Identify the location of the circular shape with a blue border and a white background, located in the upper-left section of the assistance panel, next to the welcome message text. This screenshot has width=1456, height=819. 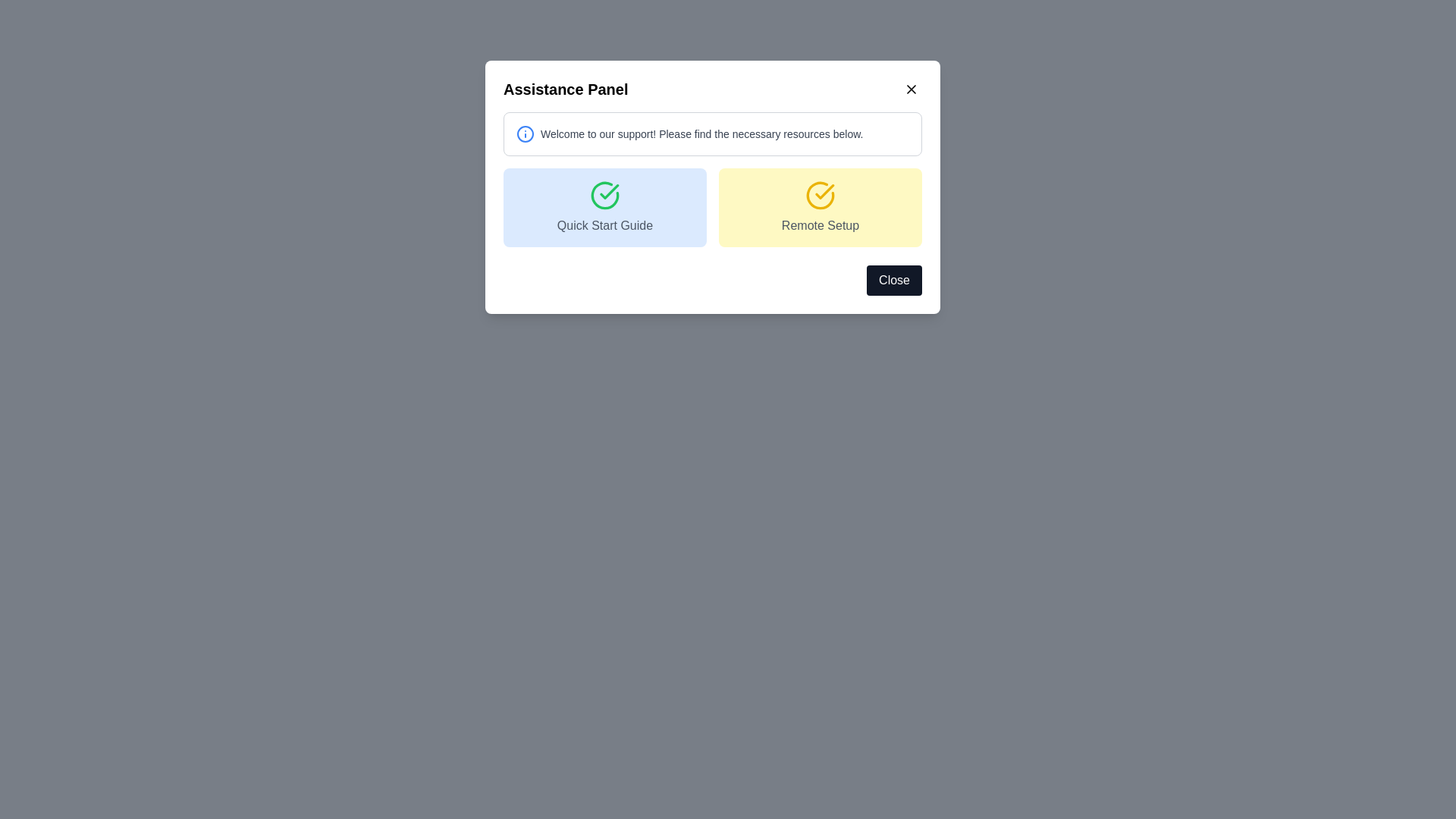
(525, 133).